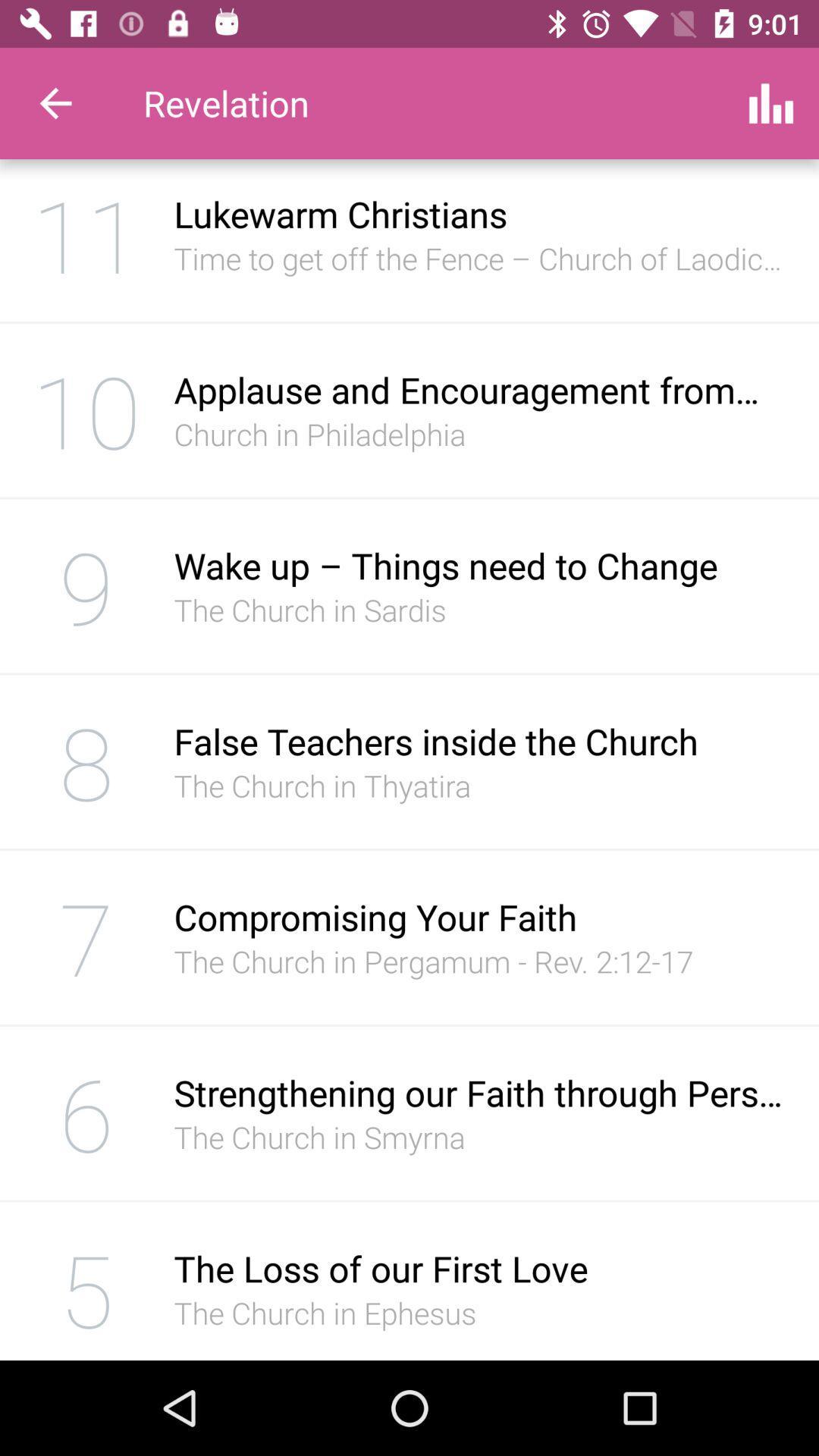 This screenshot has height=1456, width=819. Describe the element at coordinates (86, 239) in the screenshot. I see `the 11 icon` at that location.